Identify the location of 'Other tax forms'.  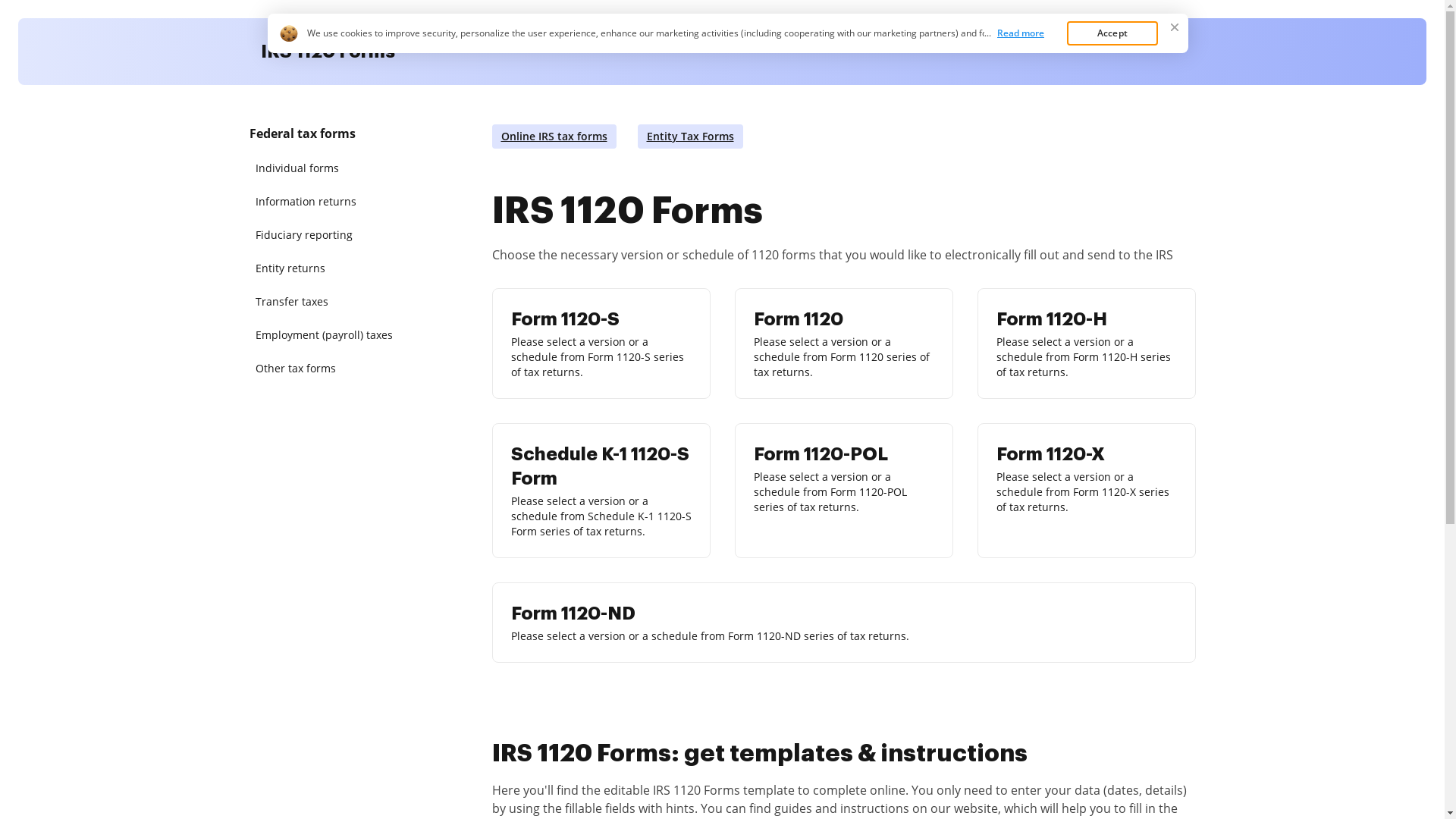
(327, 369).